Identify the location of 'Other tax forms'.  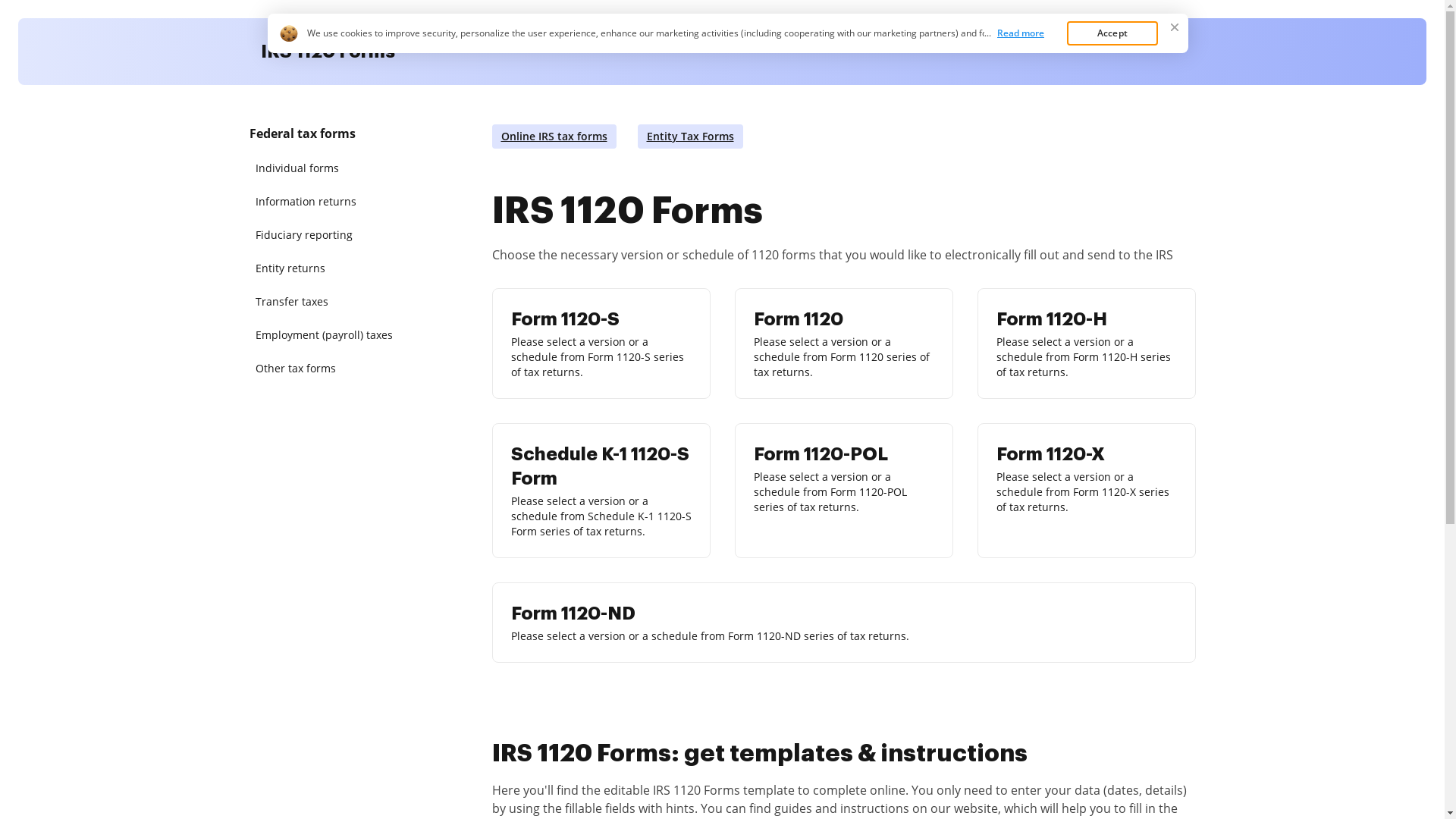
(327, 369).